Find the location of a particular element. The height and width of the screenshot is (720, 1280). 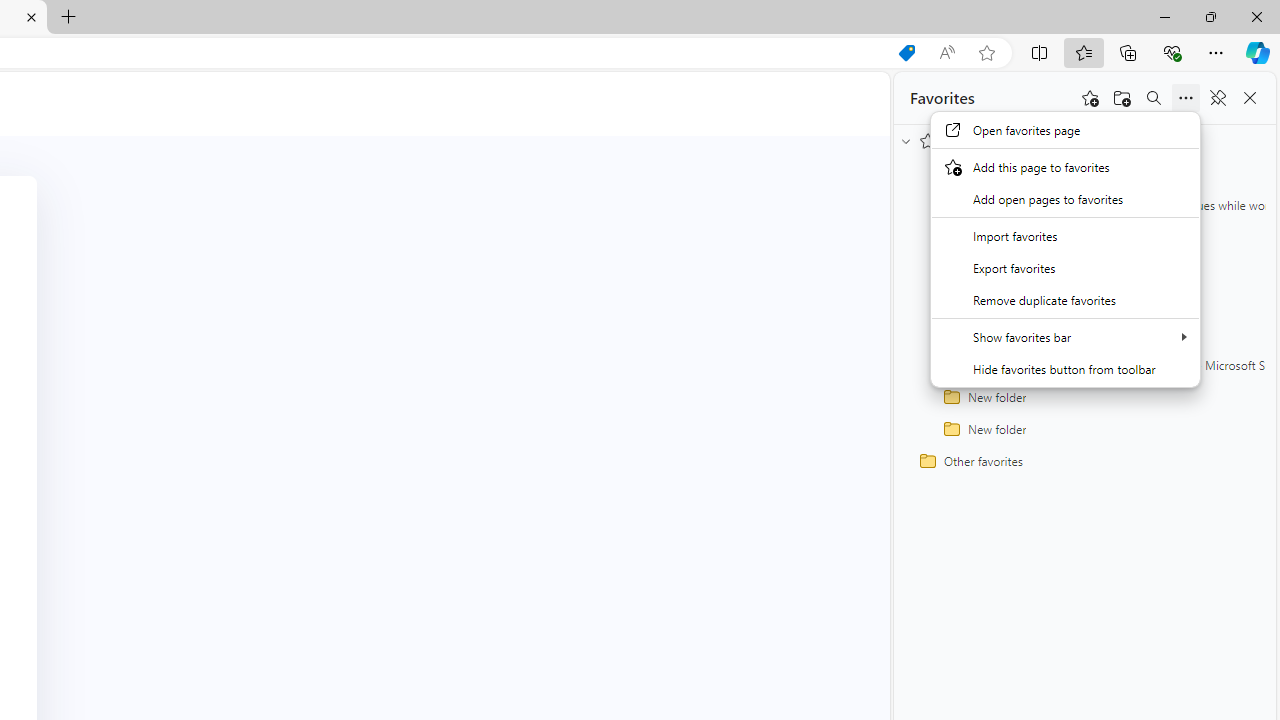

'Open favorites page' is located at coordinates (1064, 129).